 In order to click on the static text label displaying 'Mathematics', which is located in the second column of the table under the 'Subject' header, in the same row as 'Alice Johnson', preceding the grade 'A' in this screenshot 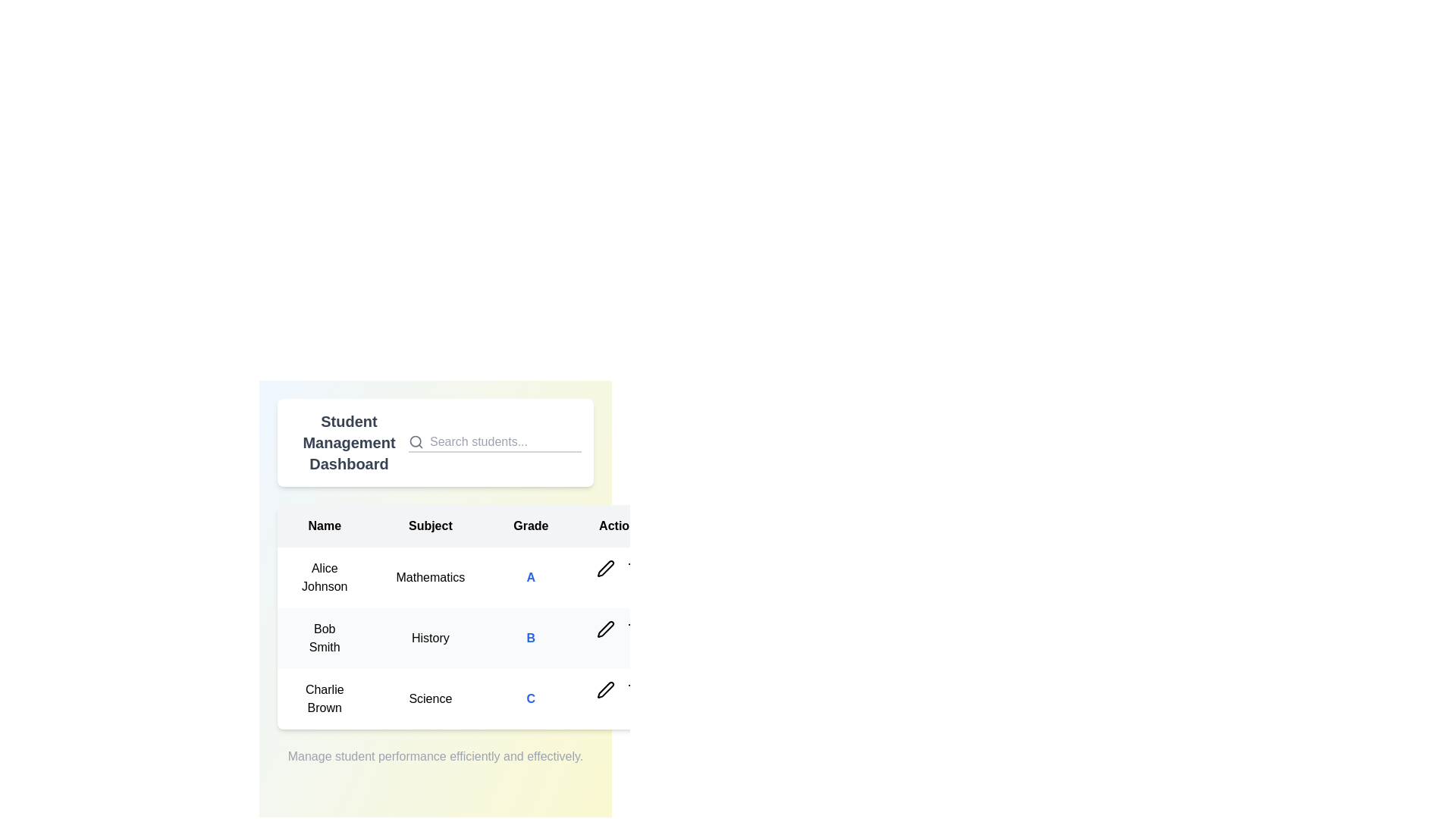, I will do `click(429, 578)`.